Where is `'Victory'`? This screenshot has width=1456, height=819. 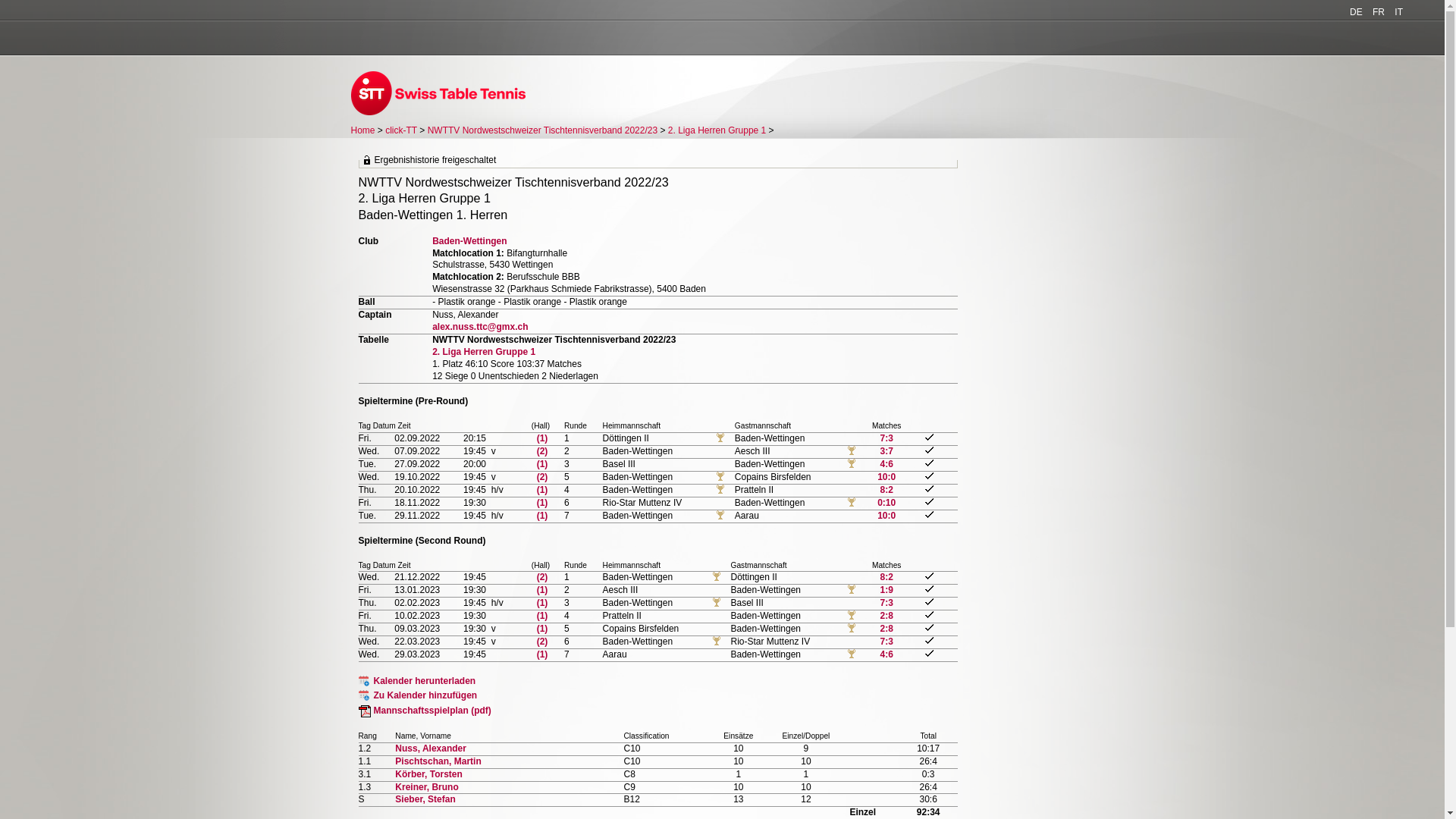 'Victory' is located at coordinates (716, 576).